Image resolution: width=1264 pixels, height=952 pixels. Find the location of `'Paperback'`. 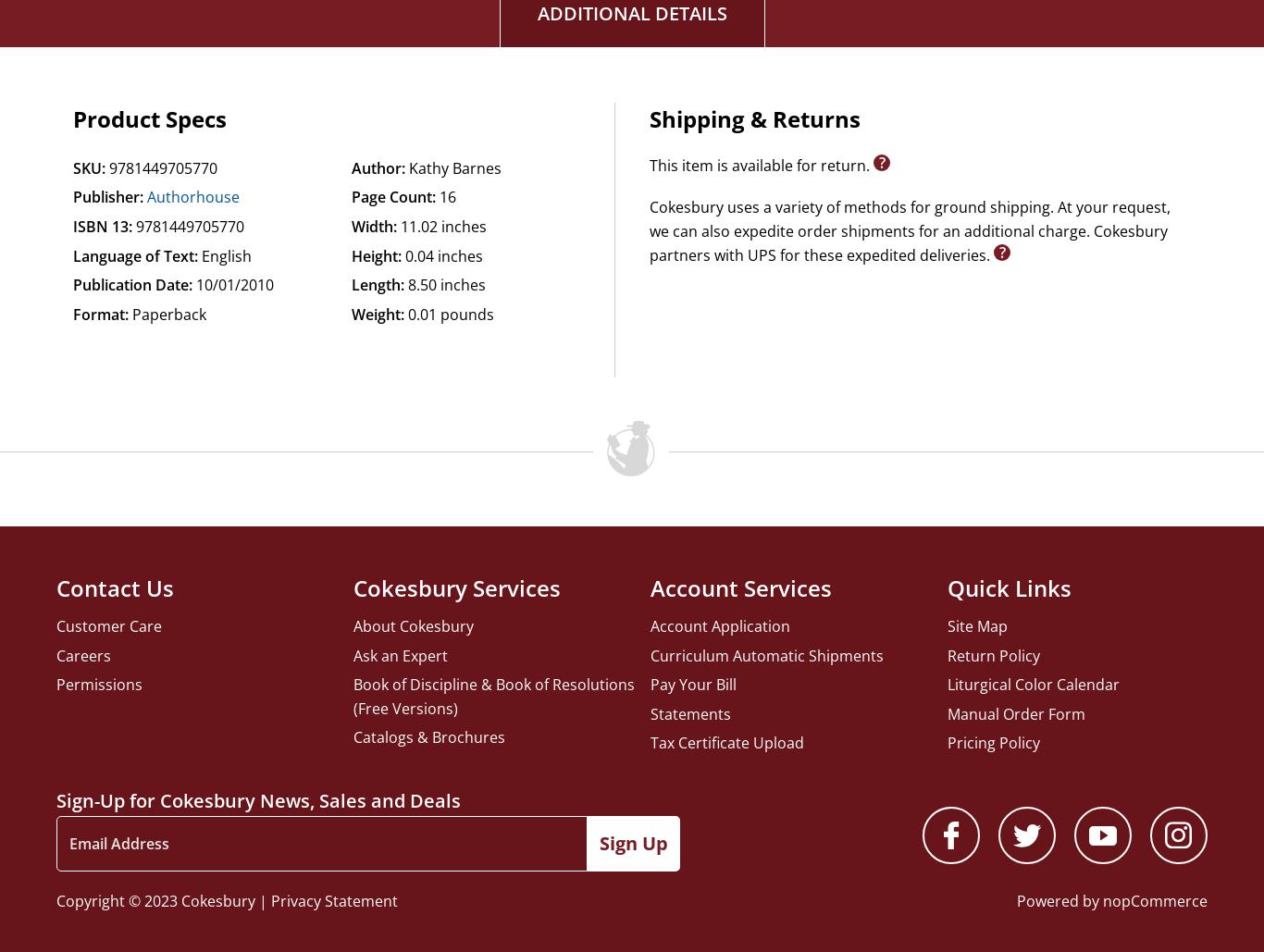

'Paperback' is located at coordinates (131, 313).